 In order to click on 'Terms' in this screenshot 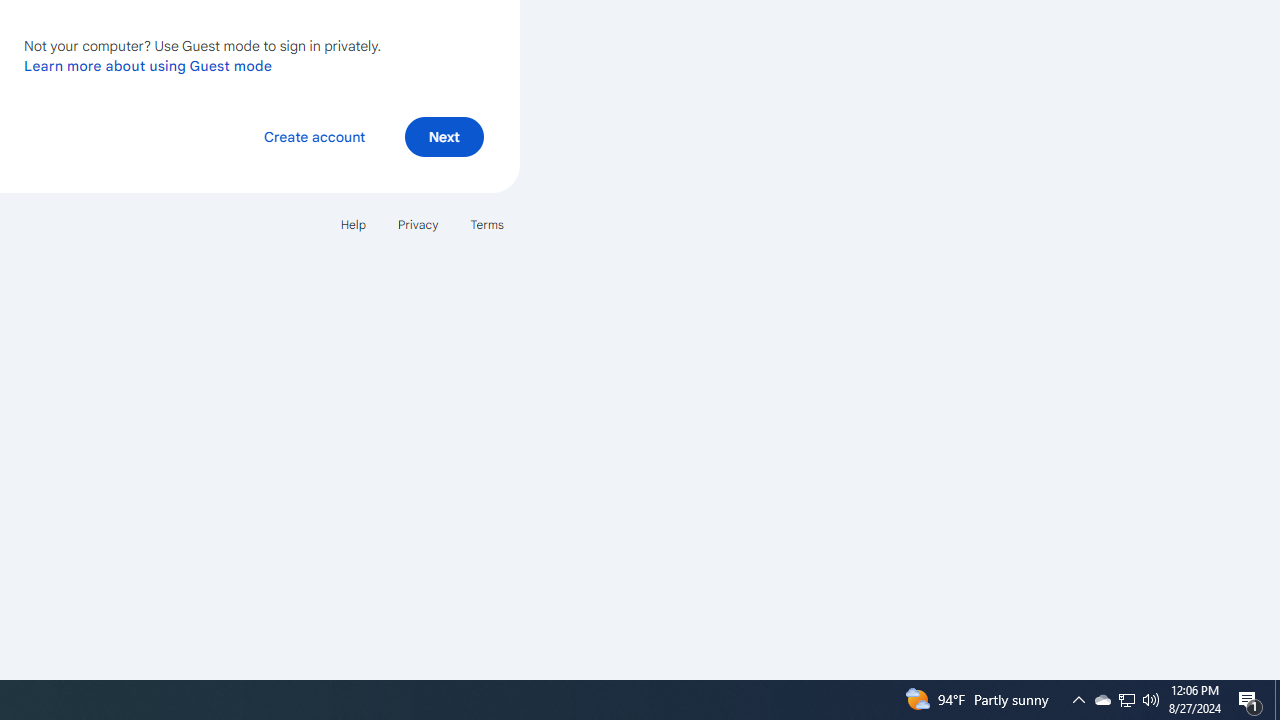, I will do `click(487, 224)`.